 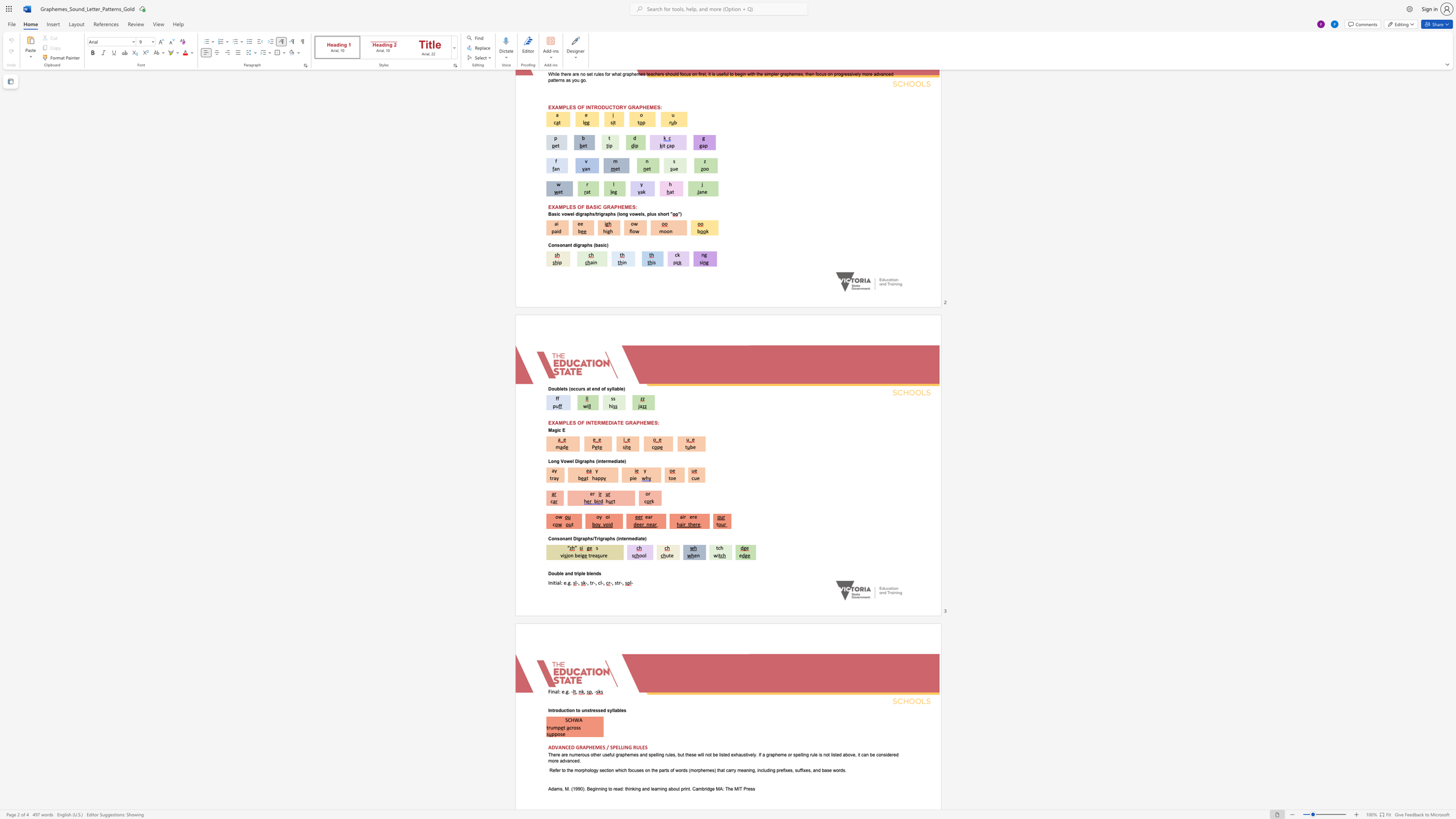 What do you see at coordinates (572, 460) in the screenshot?
I see `the subset text "l Digr" within the text "Long Vowel Digraphs (intermediate)"` at bounding box center [572, 460].